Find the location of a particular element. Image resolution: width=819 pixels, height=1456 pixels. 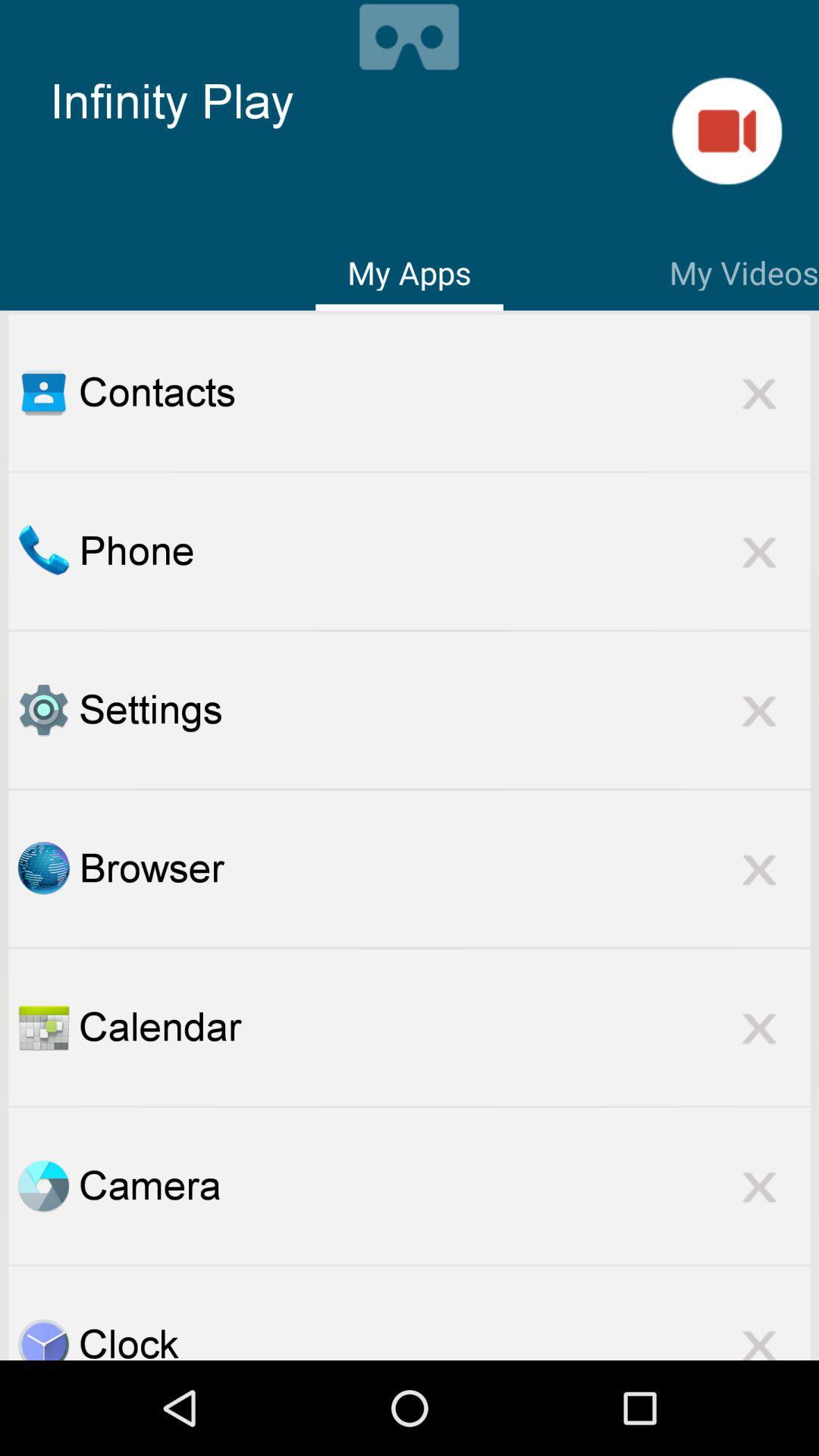

open the calendar is located at coordinates (42, 1027).